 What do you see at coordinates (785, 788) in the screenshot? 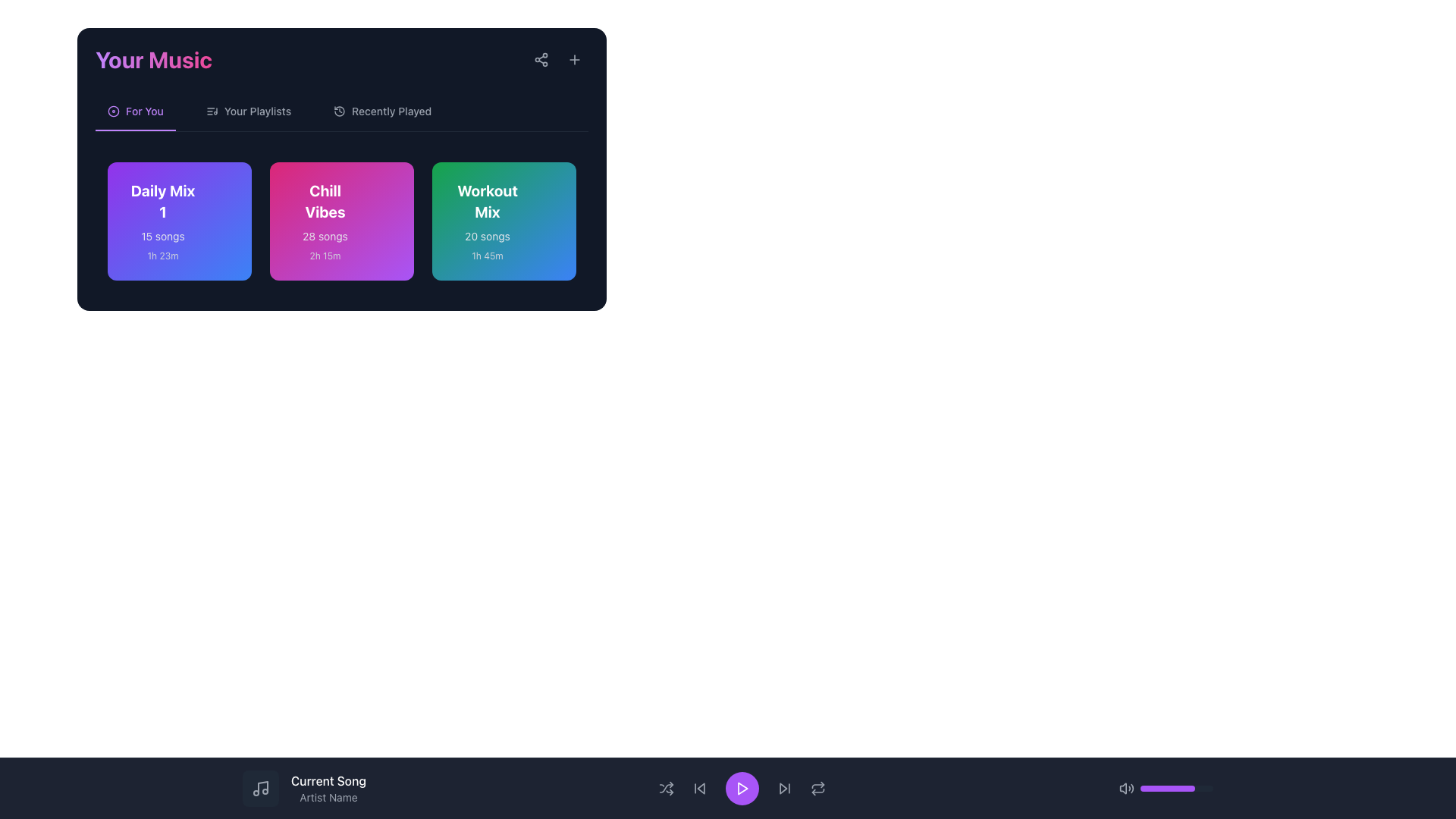
I see `the skip-forward button icon, which is styled gray and located on the player bar to the right of the play button` at bounding box center [785, 788].